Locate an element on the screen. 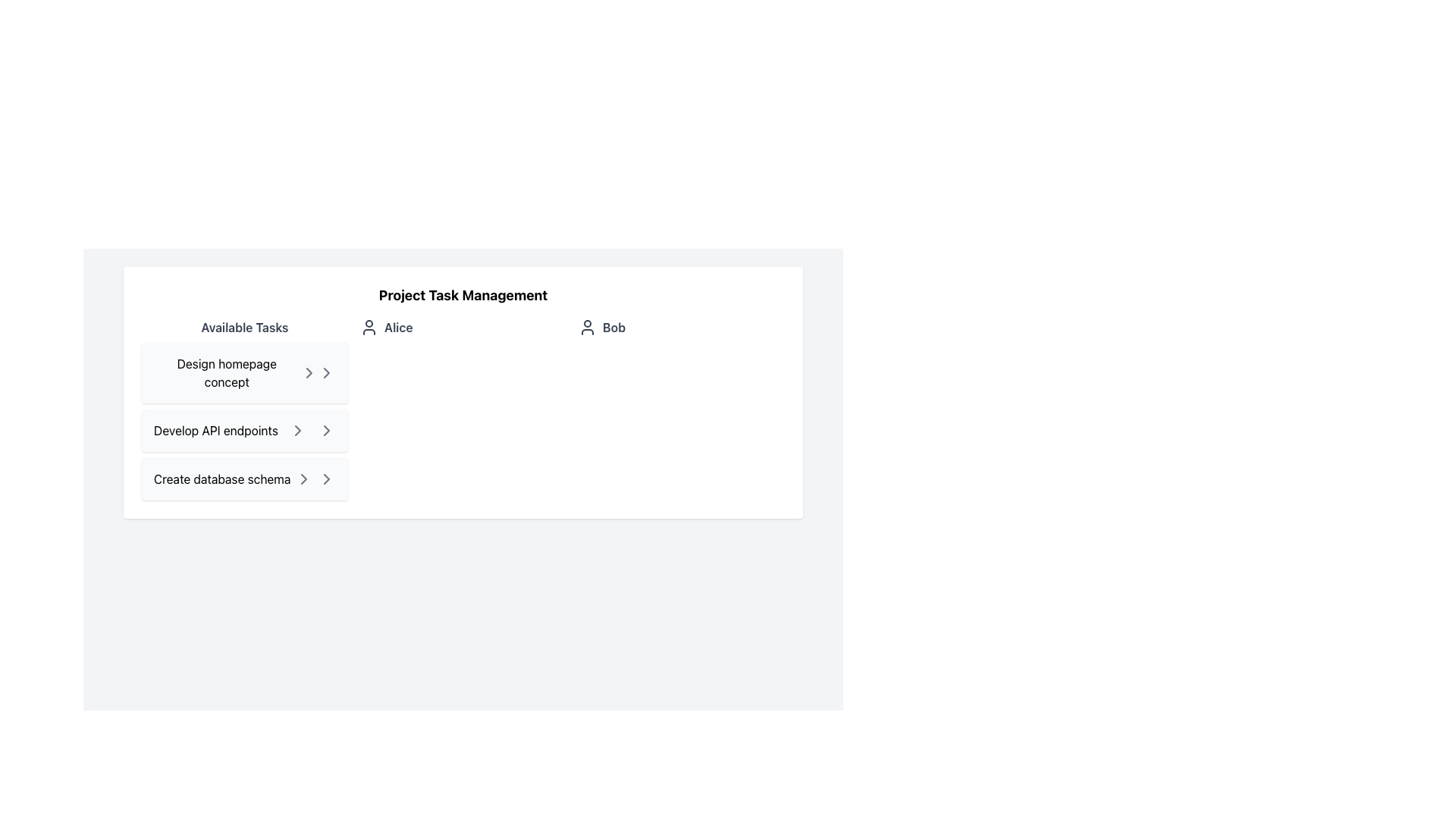  the right-facing chevron icon located to the right of the 'Develop API endpoints' text in the task list of the 'Available Tasks' section is located at coordinates (326, 430).